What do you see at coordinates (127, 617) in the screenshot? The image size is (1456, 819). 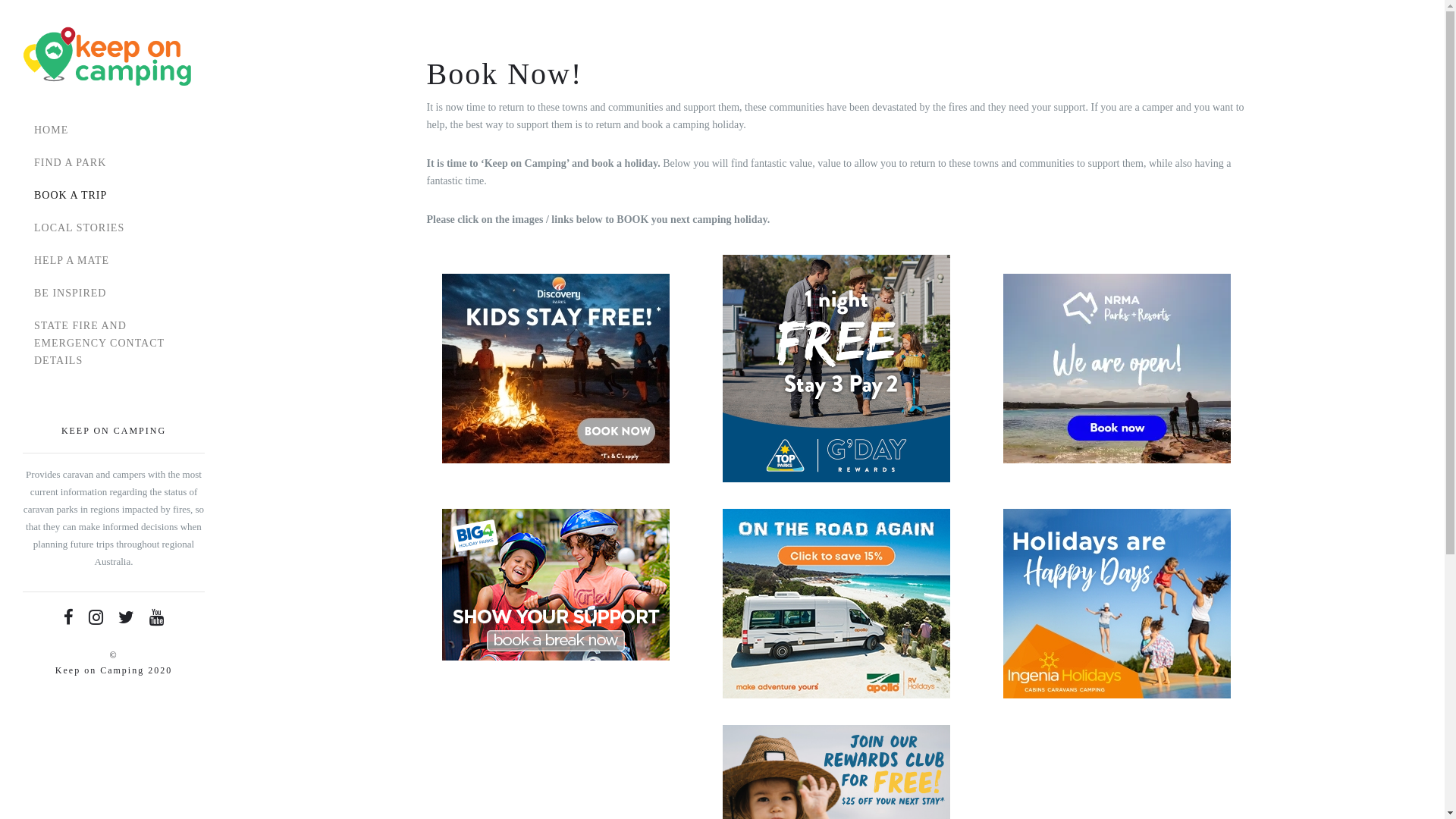 I see `'Twitter'` at bounding box center [127, 617].